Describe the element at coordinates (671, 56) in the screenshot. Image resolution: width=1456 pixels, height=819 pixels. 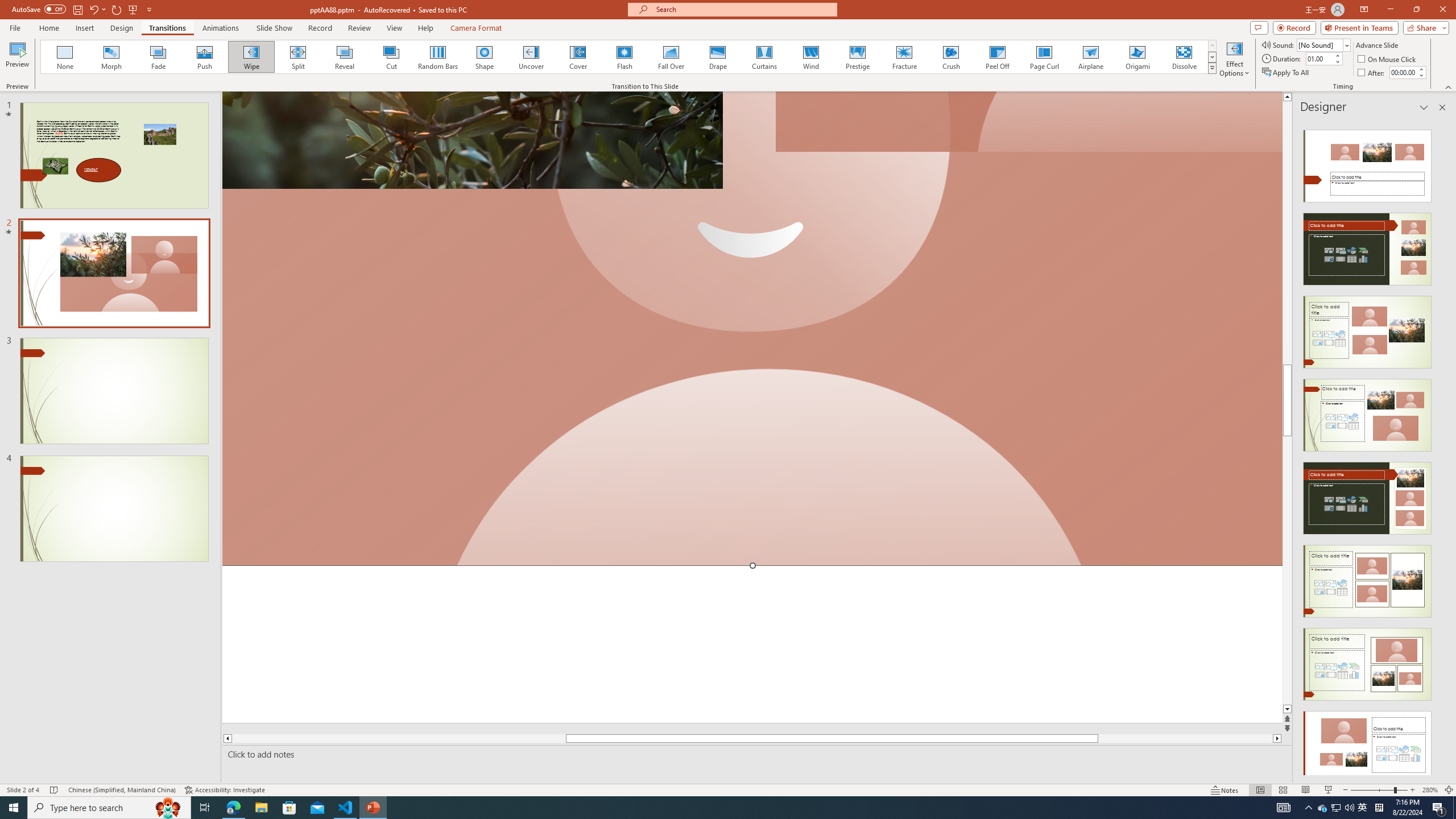
I see `'Fall Over'` at that location.